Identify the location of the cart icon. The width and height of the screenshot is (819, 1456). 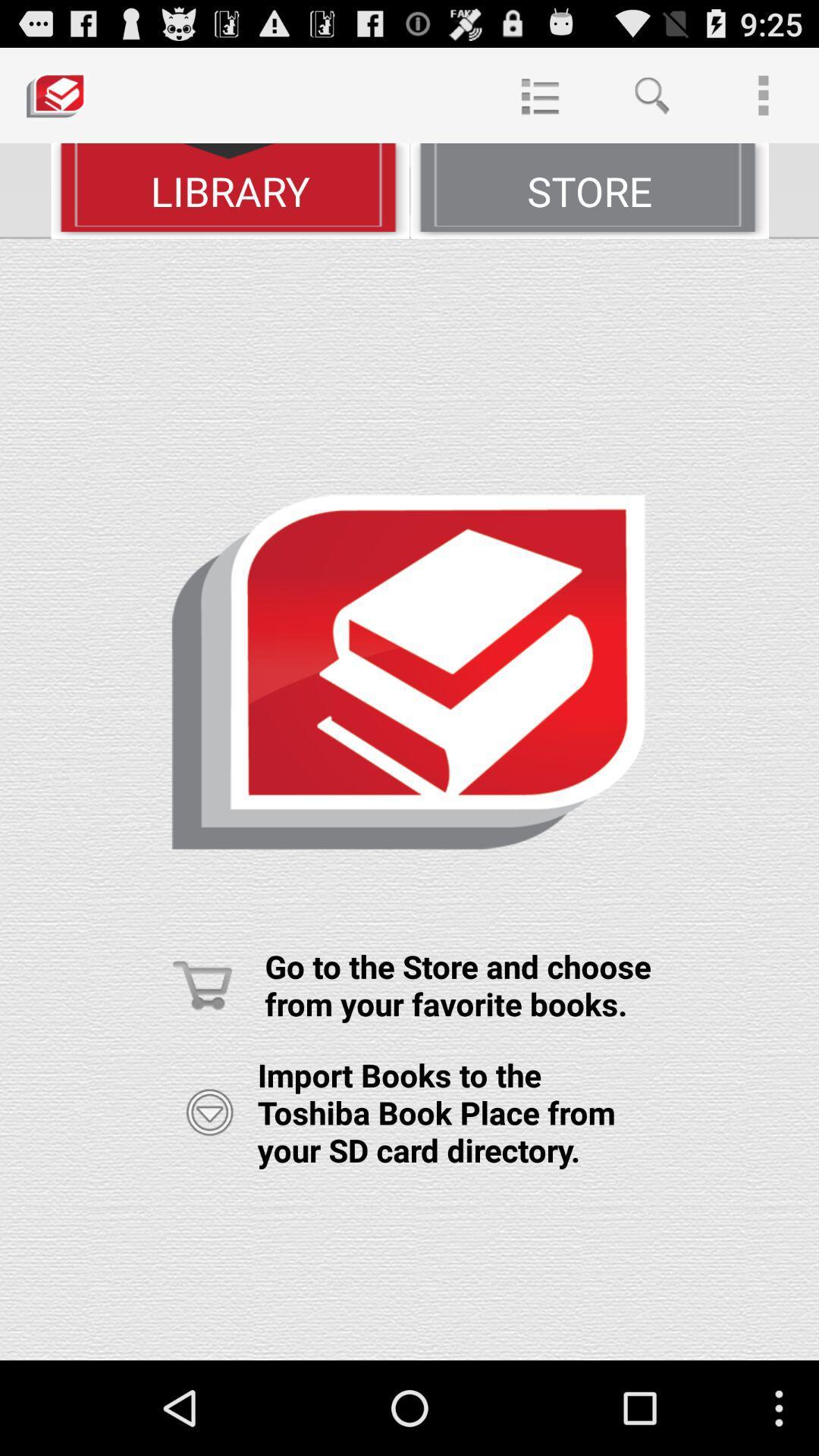
(202, 1053).